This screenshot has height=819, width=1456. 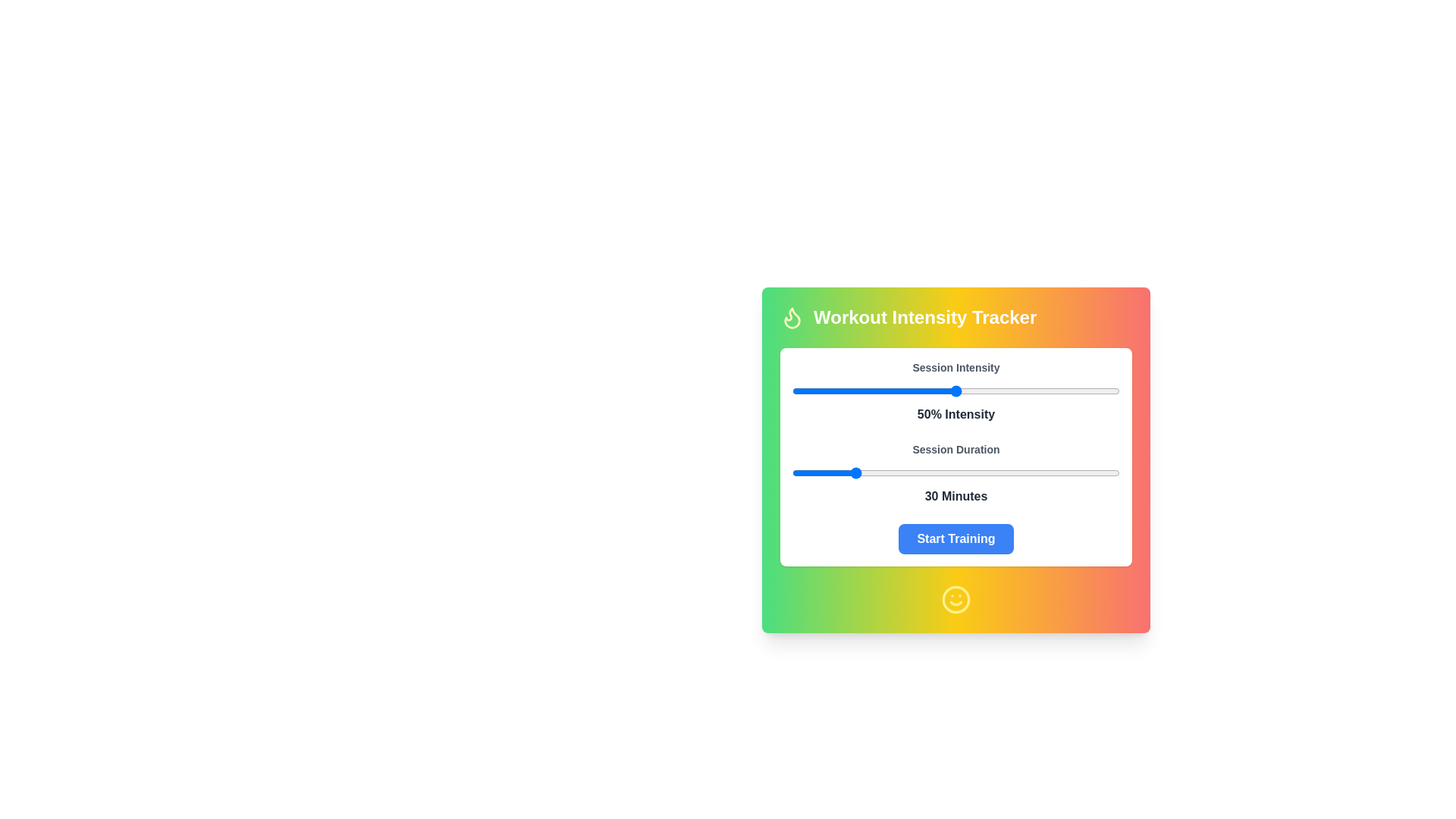 I want to click on the session duration slider to set the duration to 41 minutes, so click(x=884, y=472).